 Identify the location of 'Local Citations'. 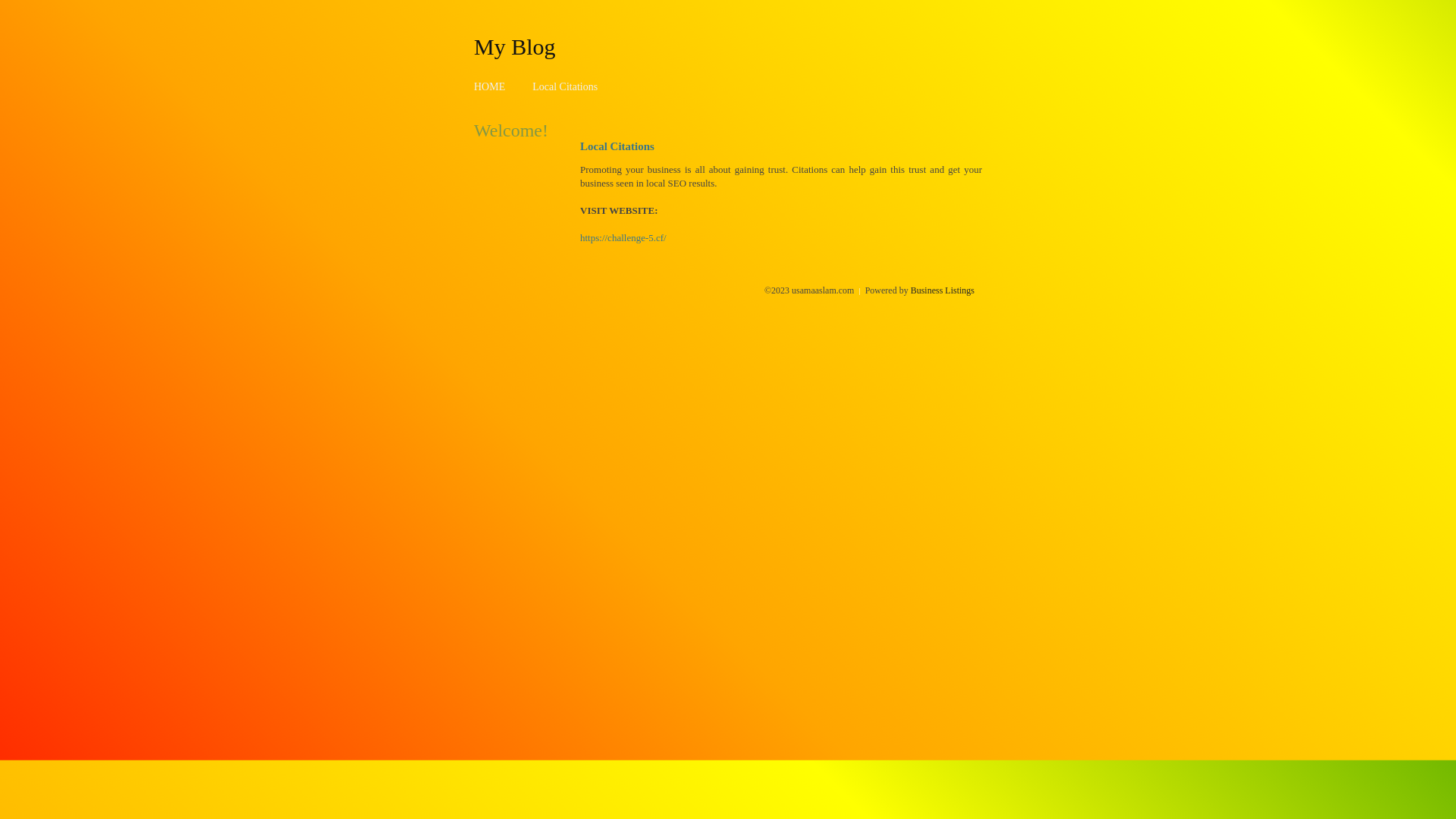
(532, 86).